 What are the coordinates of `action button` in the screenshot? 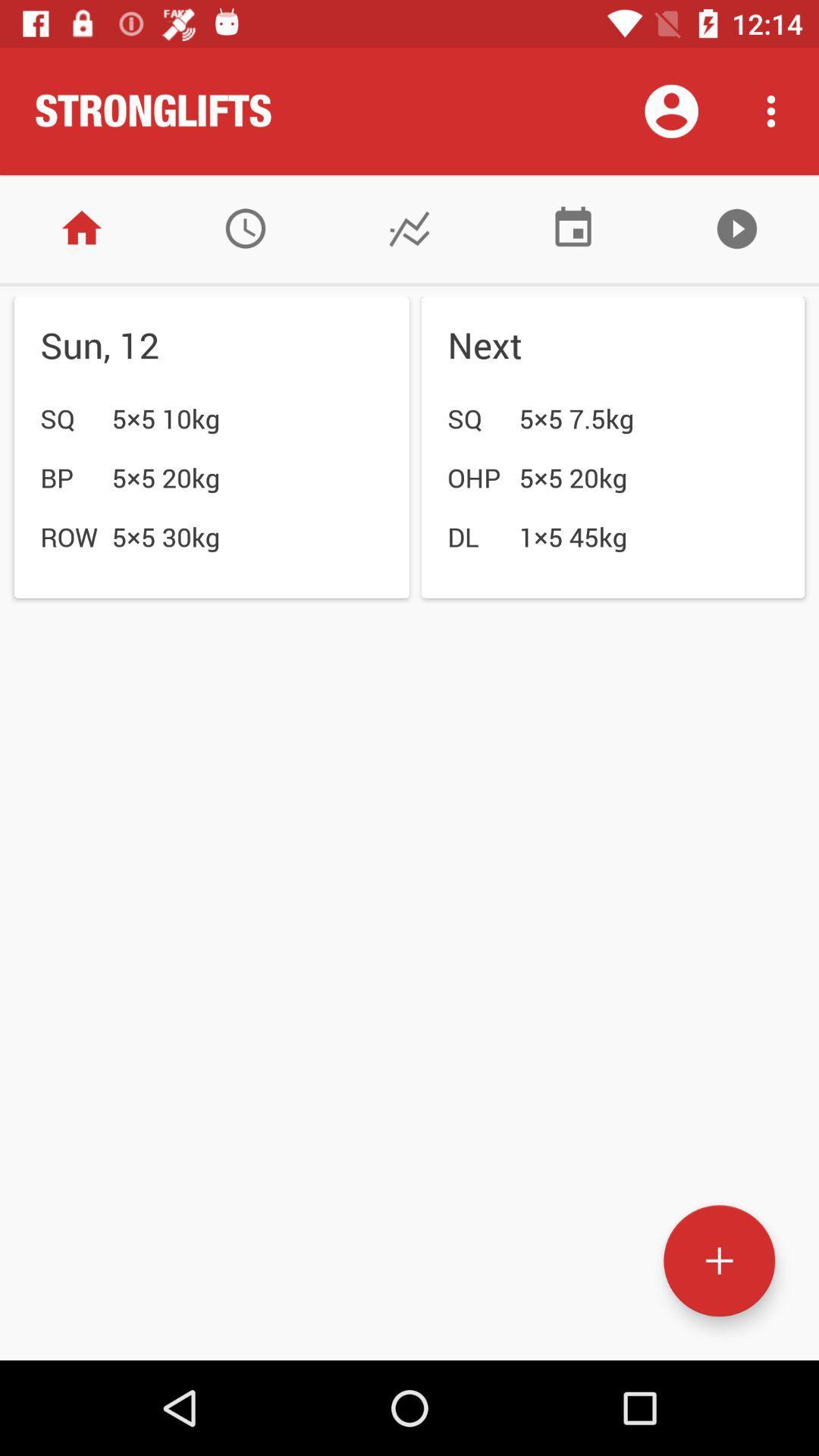 It's located at (718, 1260).